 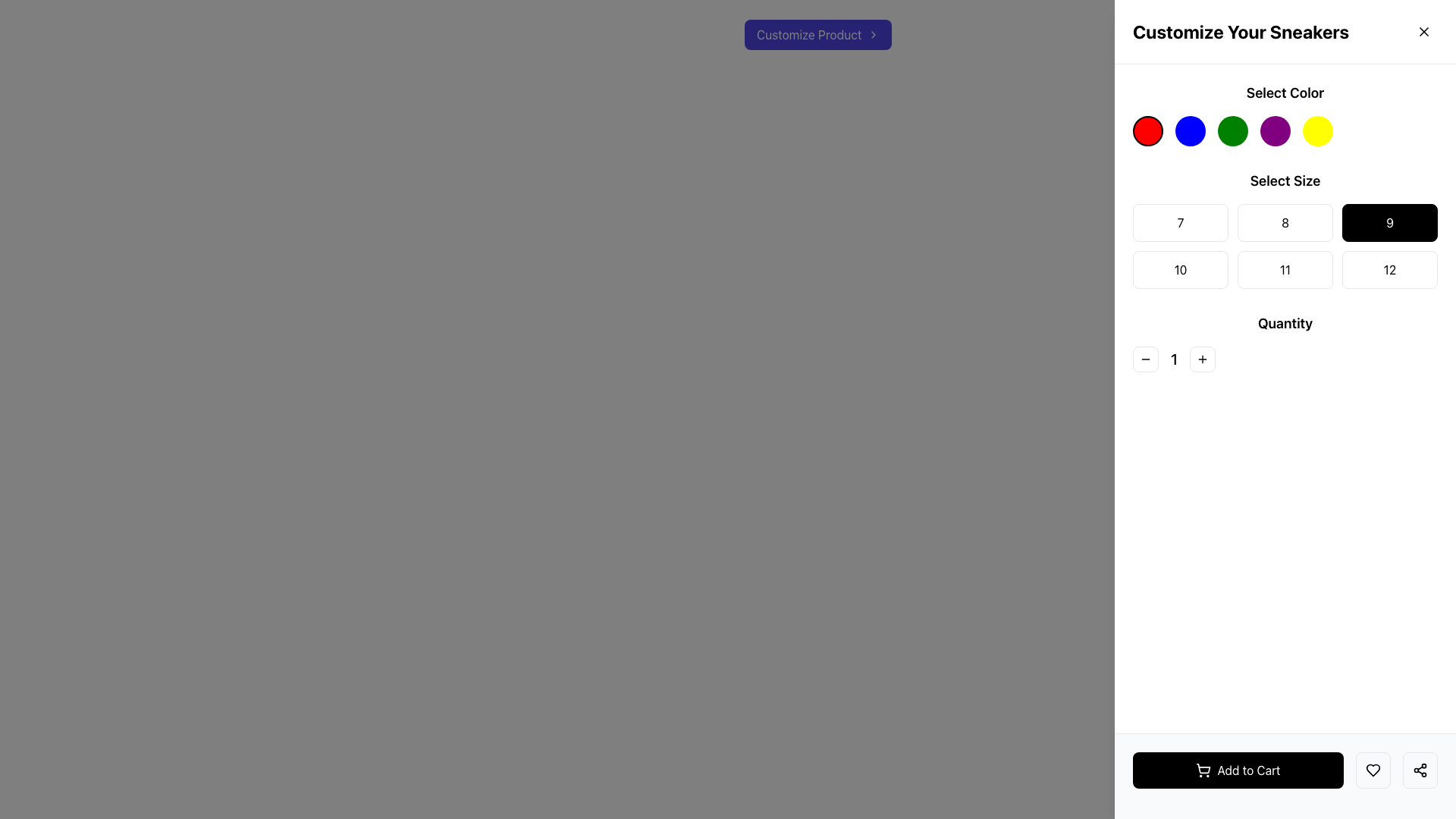 I want to click on the heart icon button located to the right of the 'Add to Cart' button and left of the share icon to observe the hover effect, so click(x=1373, y=770).